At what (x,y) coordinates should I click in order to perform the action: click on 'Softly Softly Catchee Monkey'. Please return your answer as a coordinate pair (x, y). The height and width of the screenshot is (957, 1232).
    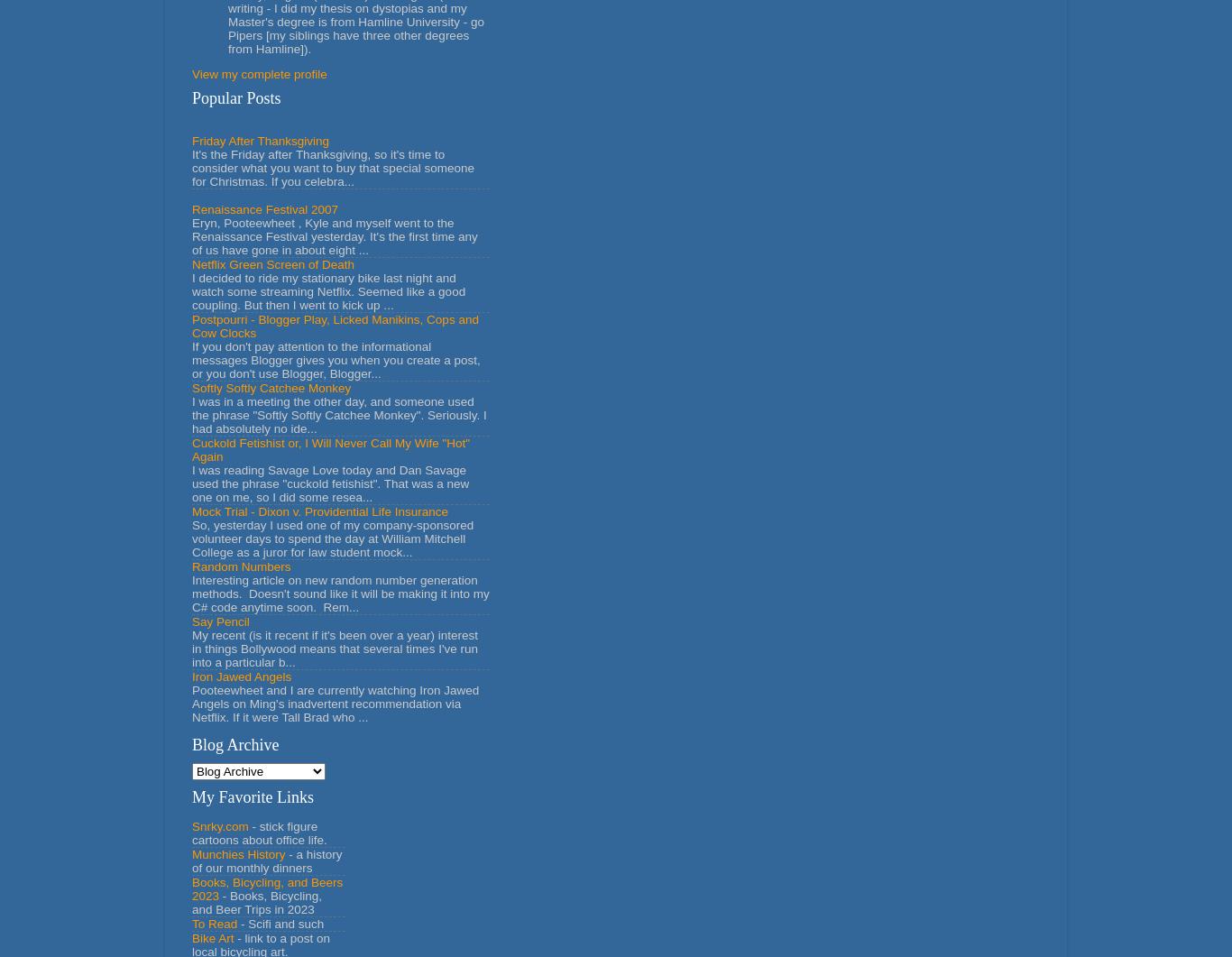
    Looking at the image, I should click on (190, 387).